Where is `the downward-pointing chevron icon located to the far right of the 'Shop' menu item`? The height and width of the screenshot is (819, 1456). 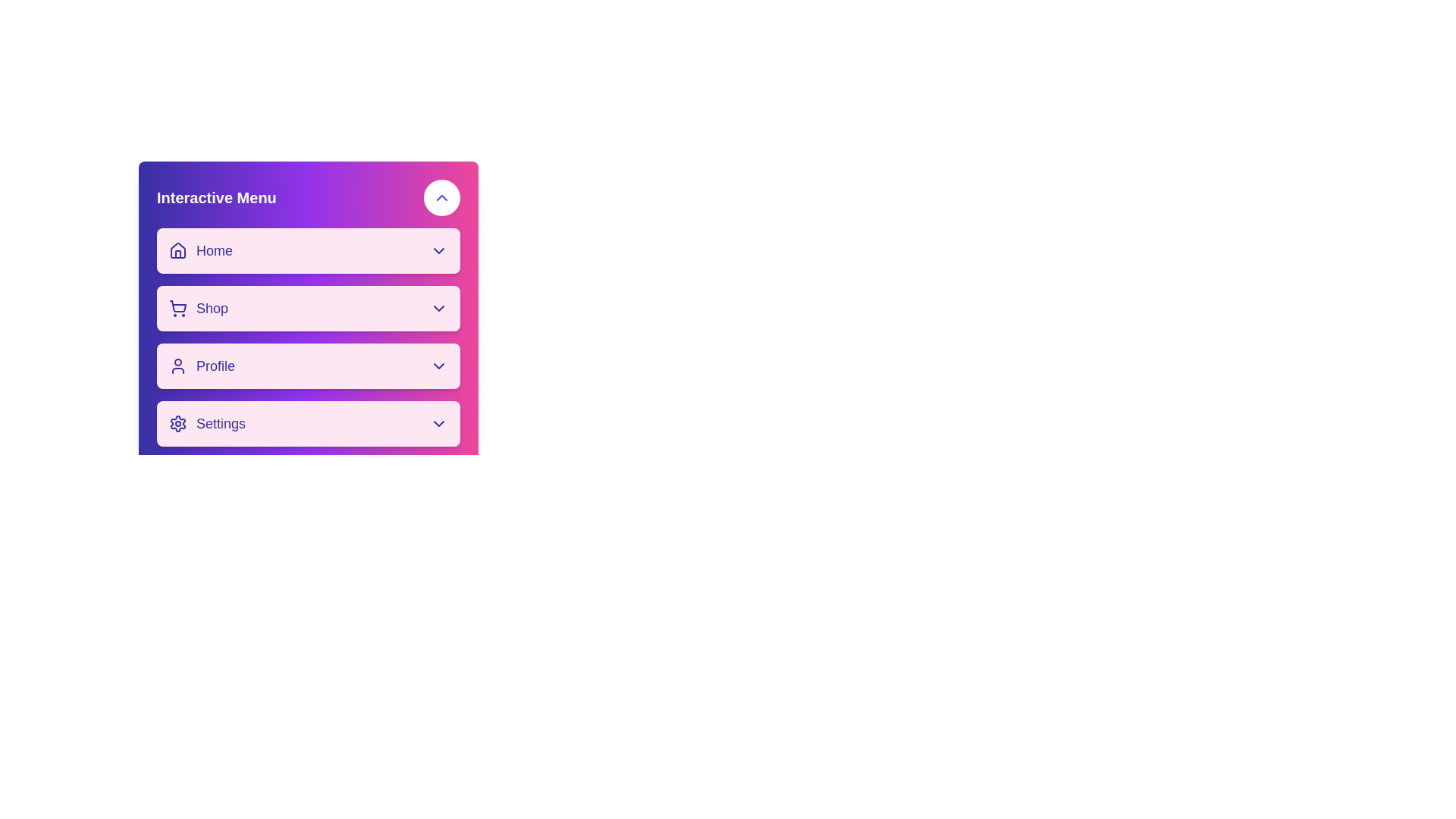 the downward-pointing chevron icon located to the far right of the 'Shop' menu item is located at coordinates (438, 308).